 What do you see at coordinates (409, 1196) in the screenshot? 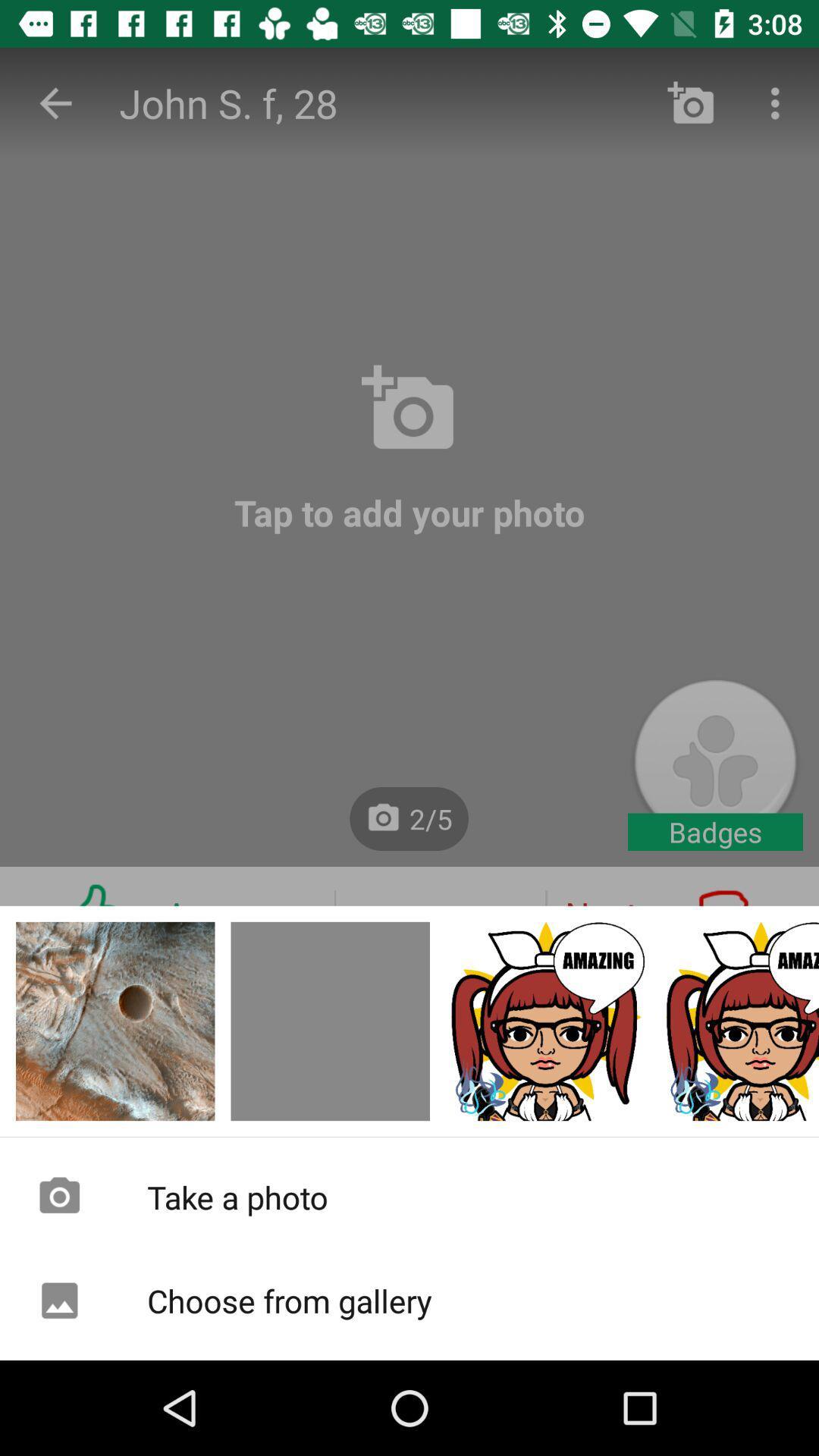
I see `the icon above the choose from gallery icon` at bounding box center [409, 1196].